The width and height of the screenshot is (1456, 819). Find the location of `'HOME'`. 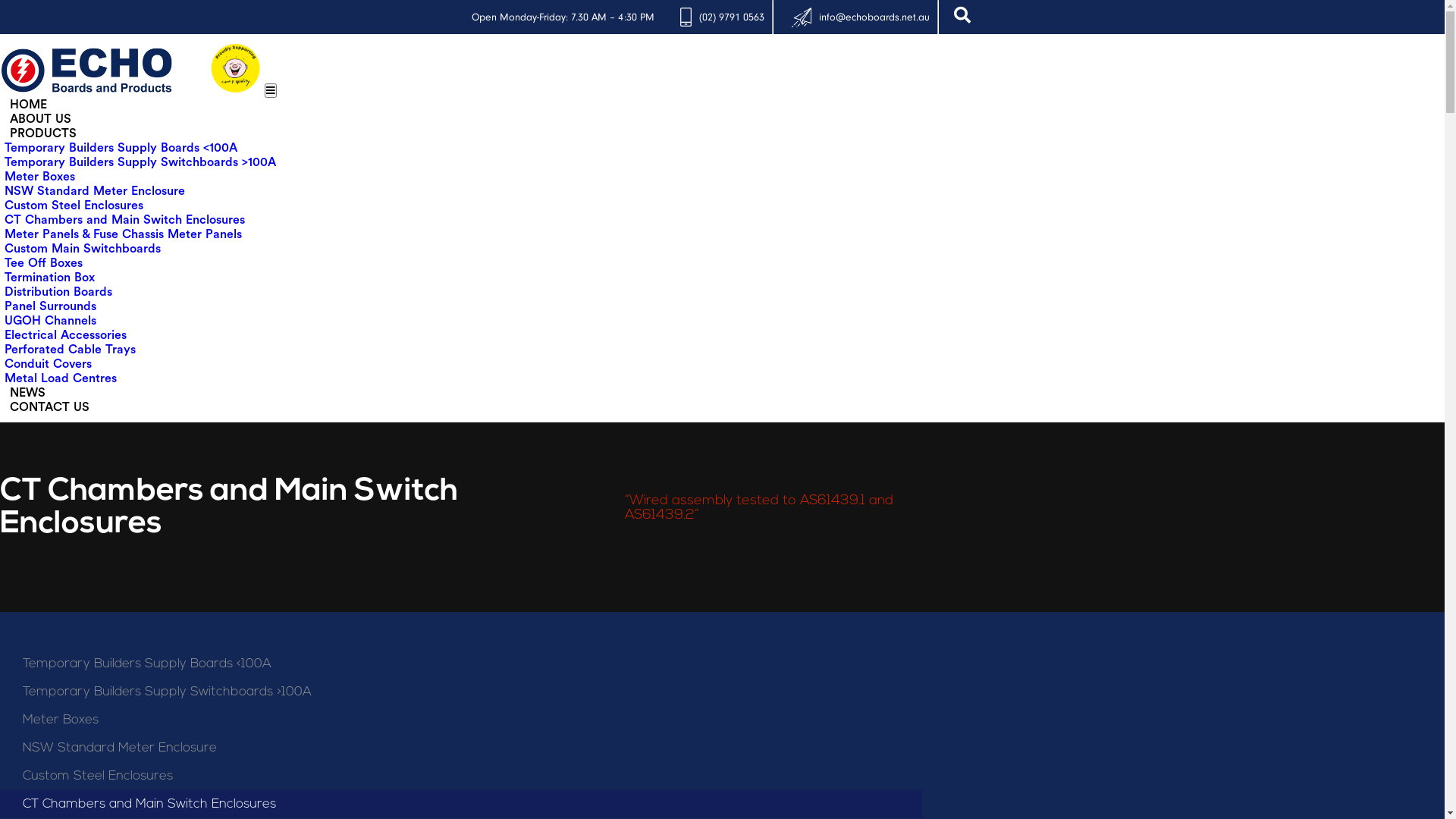

'HOME' is located at coordinates (4, 104).